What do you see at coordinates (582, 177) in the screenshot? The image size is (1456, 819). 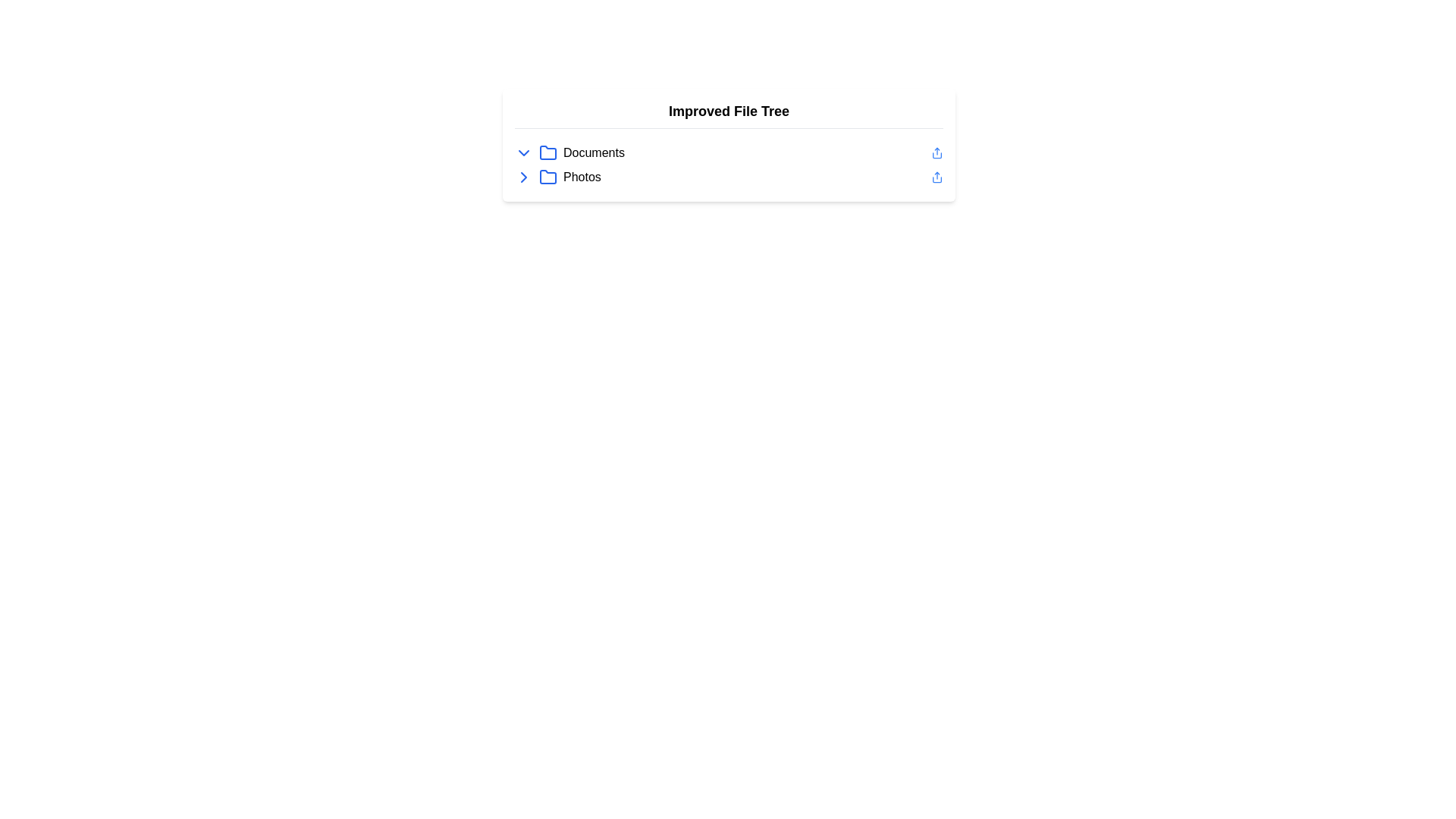 I see `the 'Photos' text label, which is styled in a clean sans-serif font and positioned to the right of a folder icon within the file tree interface` at bounding box center [582, 177].